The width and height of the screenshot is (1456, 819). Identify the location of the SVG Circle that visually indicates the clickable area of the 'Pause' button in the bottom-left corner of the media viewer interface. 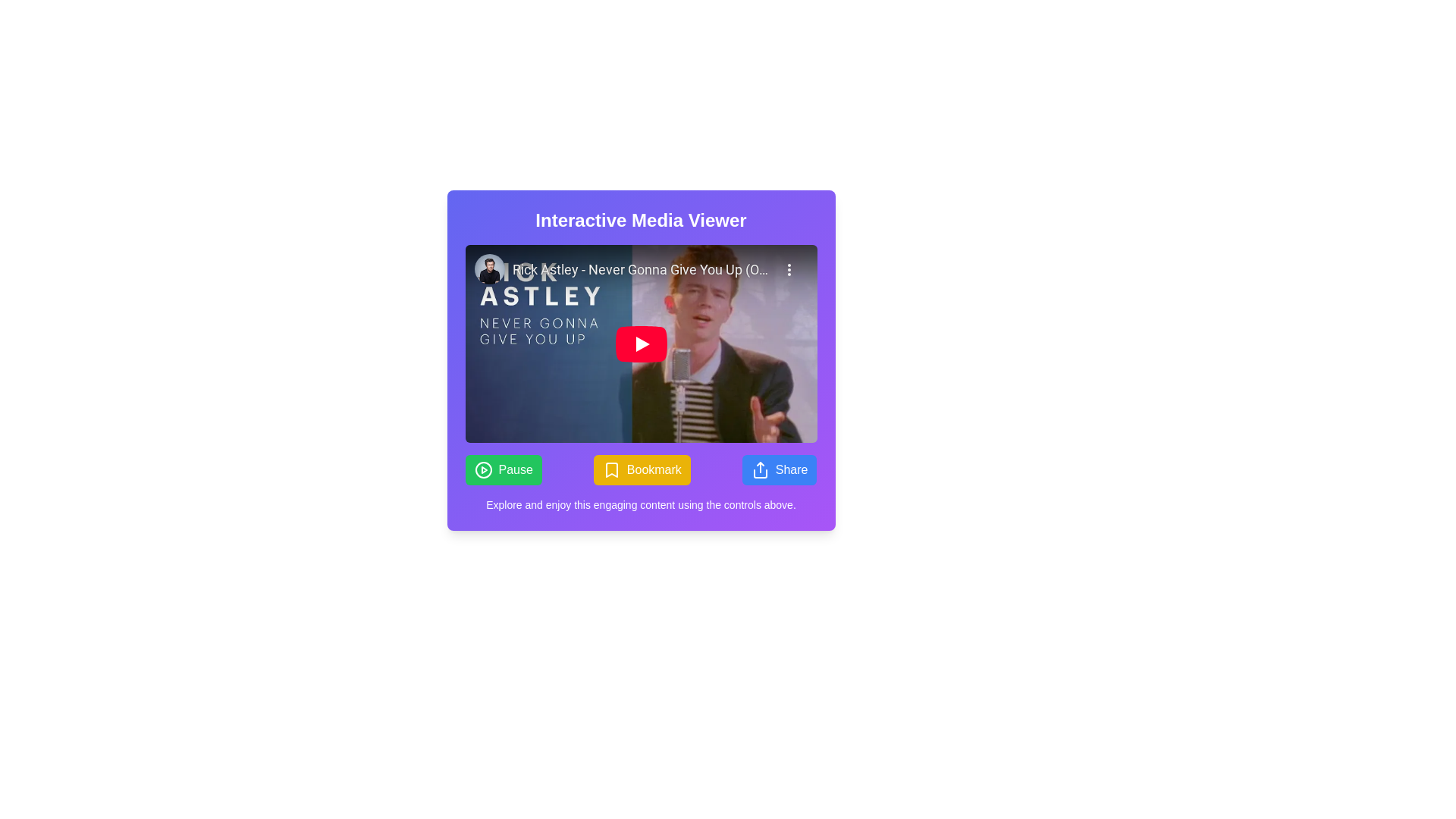
(482, 469).